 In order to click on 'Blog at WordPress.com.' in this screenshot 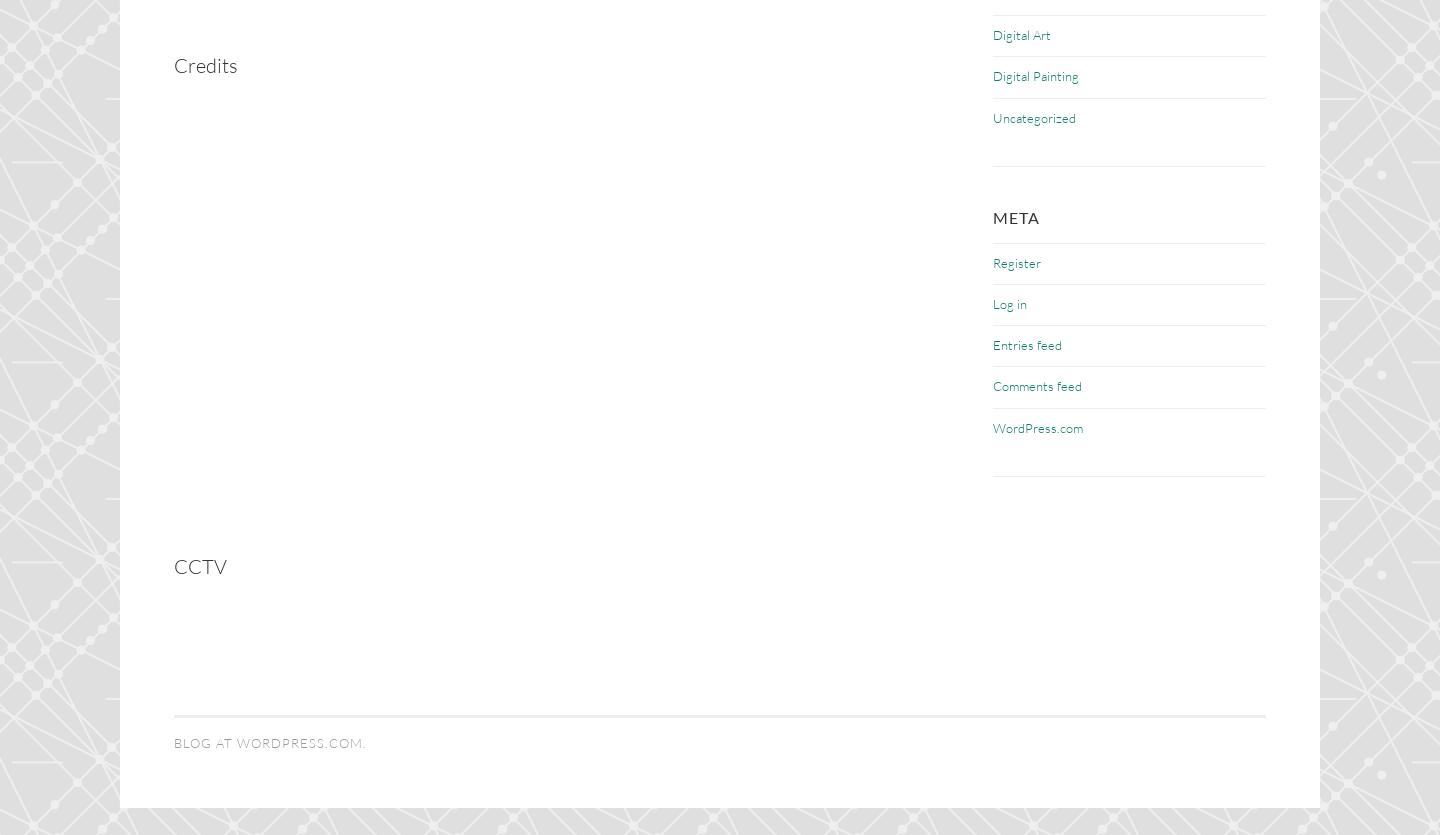, I will do `click(269, 741)`.